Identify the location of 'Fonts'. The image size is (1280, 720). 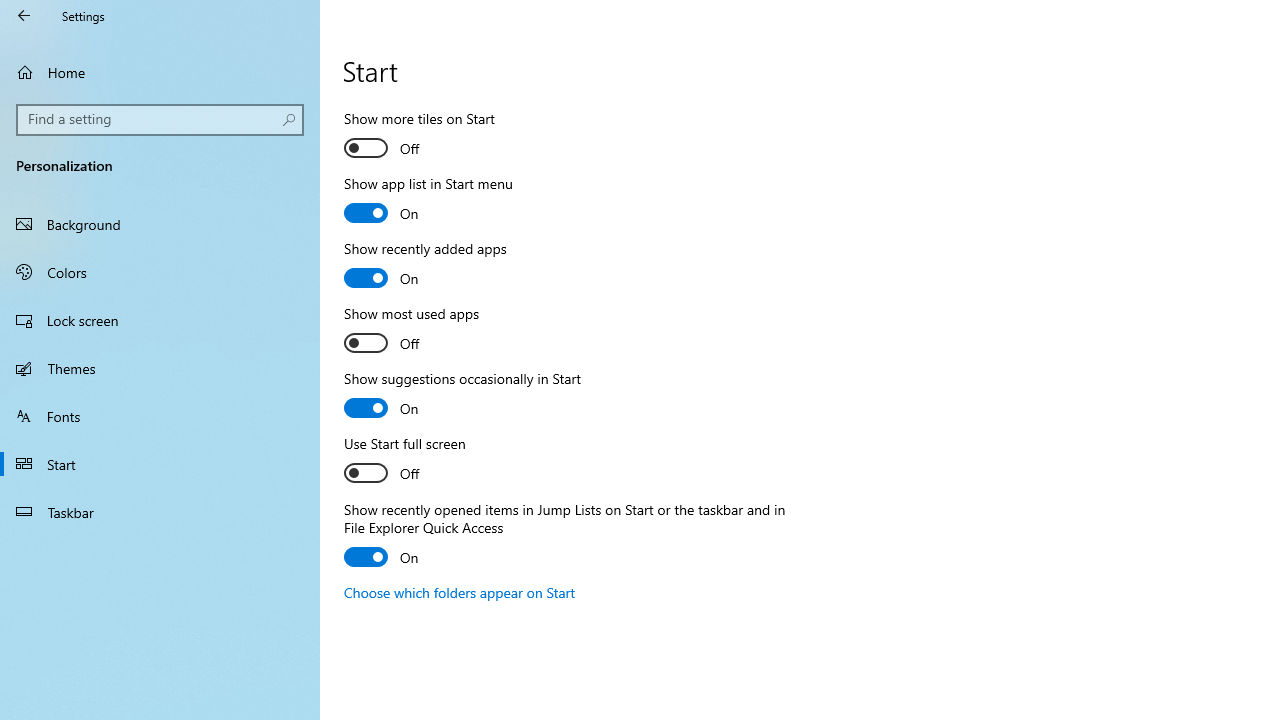
(160, 414).